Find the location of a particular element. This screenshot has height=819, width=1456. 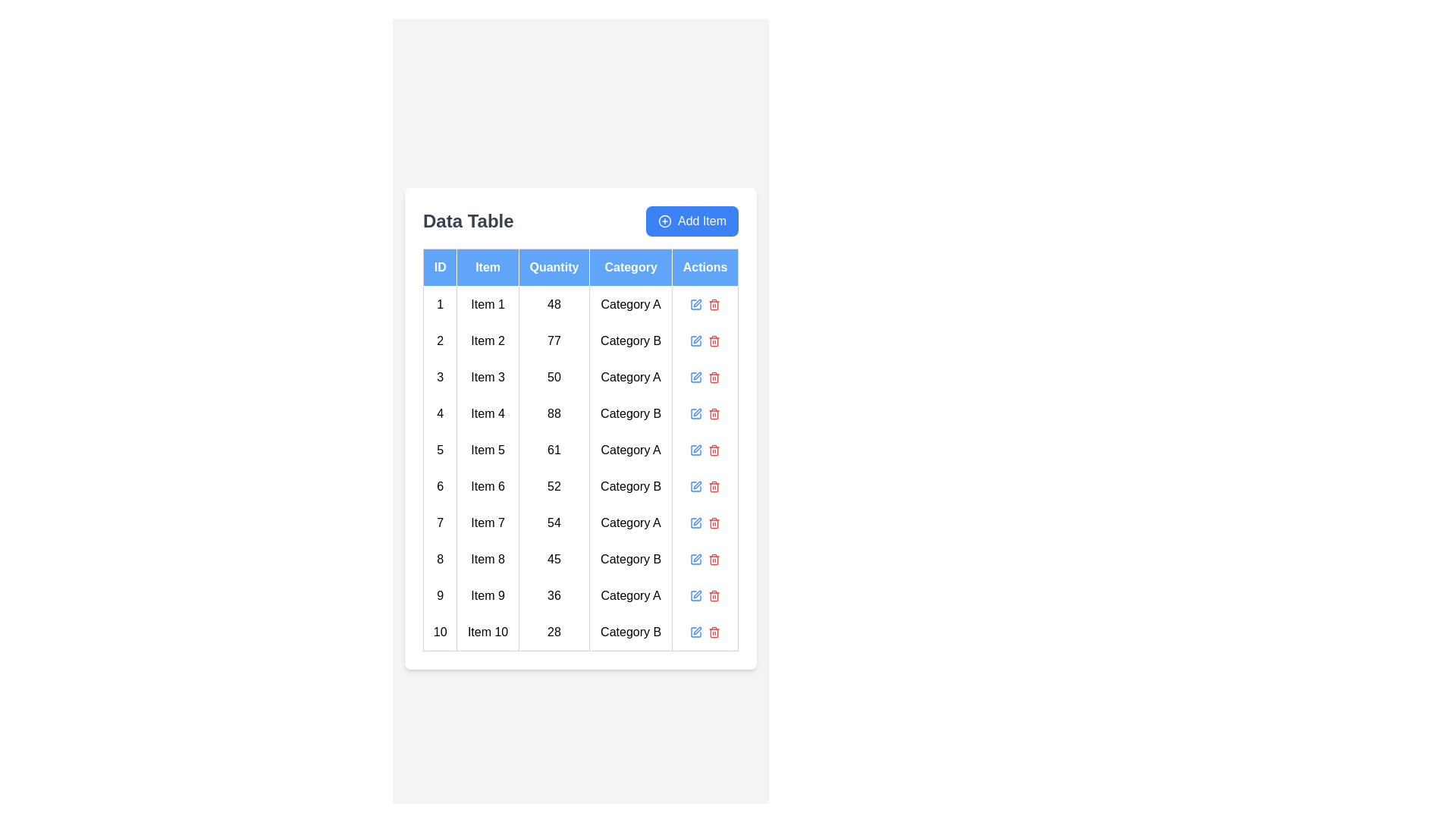

the circular outline icon with a plus symbol inside the 'Add Item' button located at the top right corner of the interface is located at coordinates (665, 221).